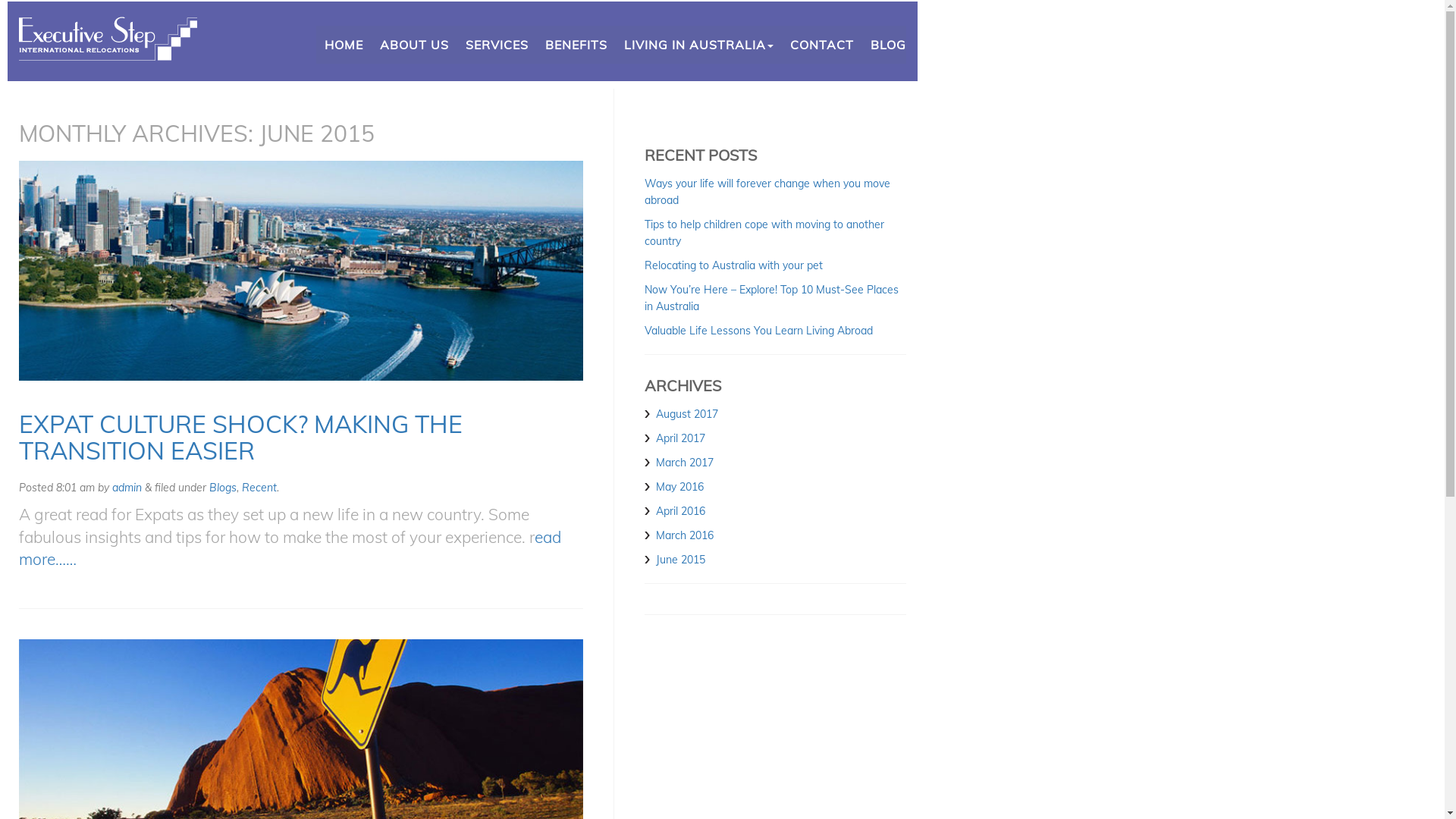 The height and width of the screenshot is (819, 1456). Describe the element at coordinates (315, 43) in the screenshot. I see `'HOME'` at that location.